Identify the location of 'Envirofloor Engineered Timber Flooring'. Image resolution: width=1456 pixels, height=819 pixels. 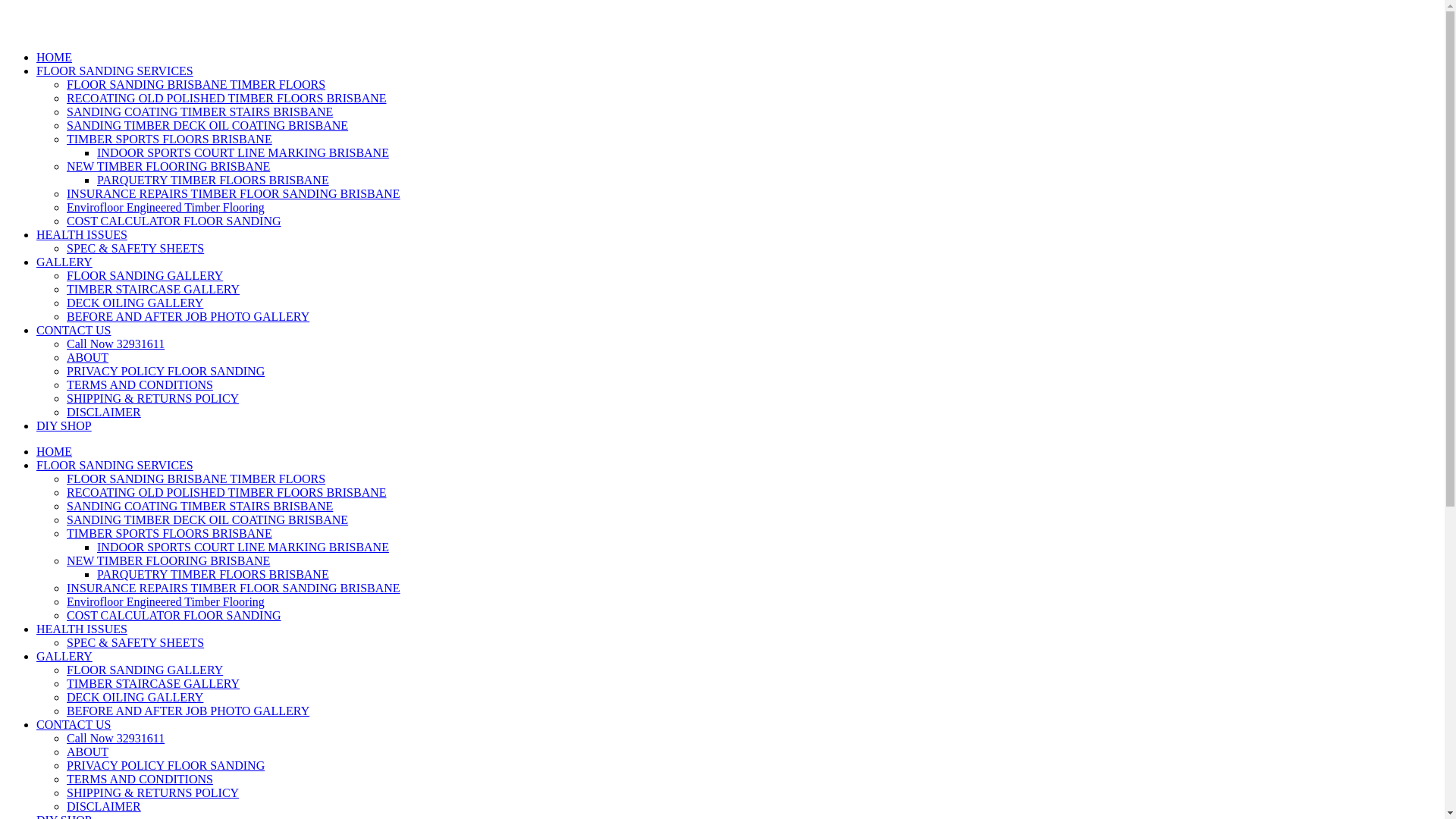
(165, 207).